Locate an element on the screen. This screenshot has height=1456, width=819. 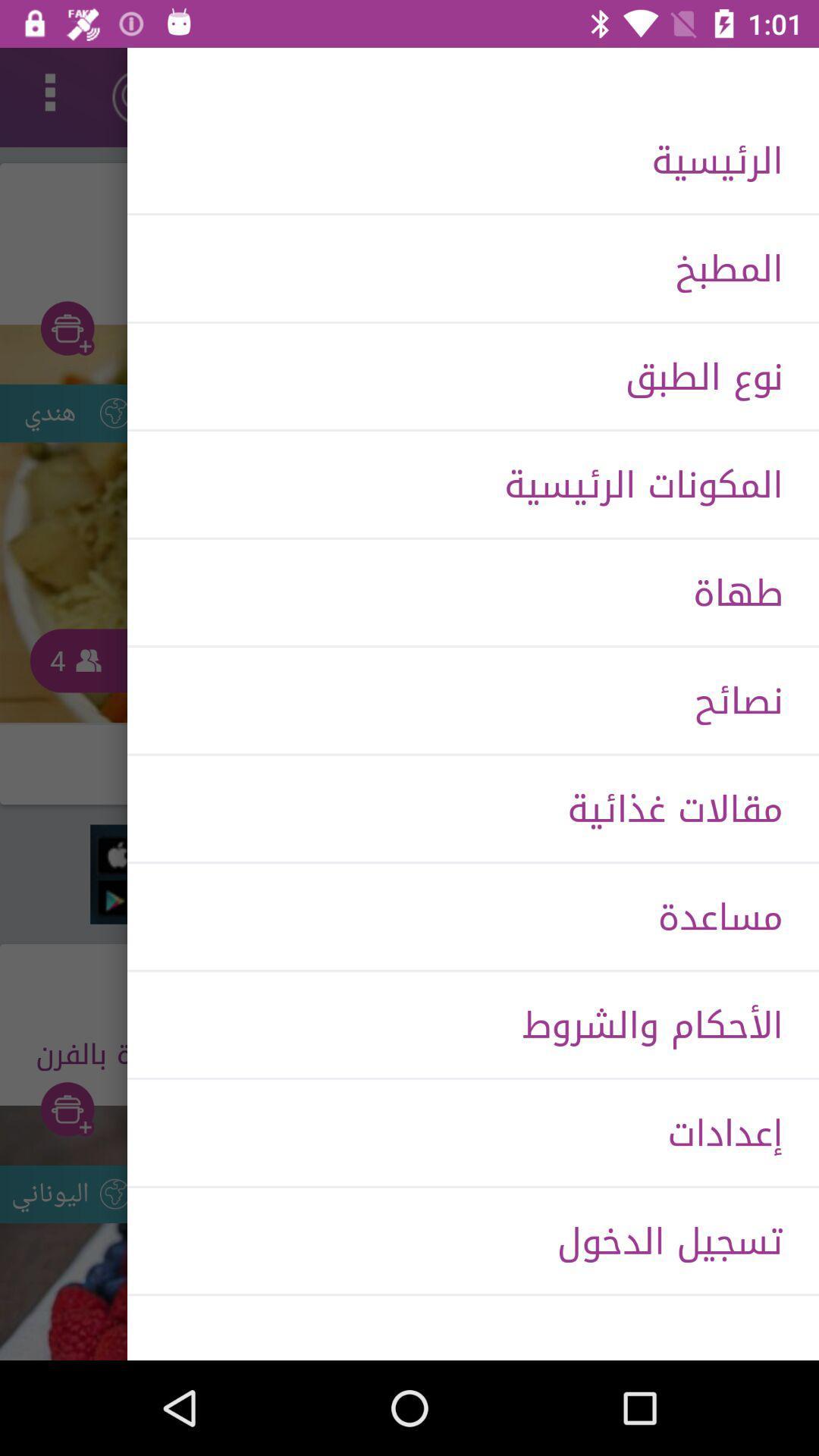
the national_flag icon is located at coordinates (140, 96).